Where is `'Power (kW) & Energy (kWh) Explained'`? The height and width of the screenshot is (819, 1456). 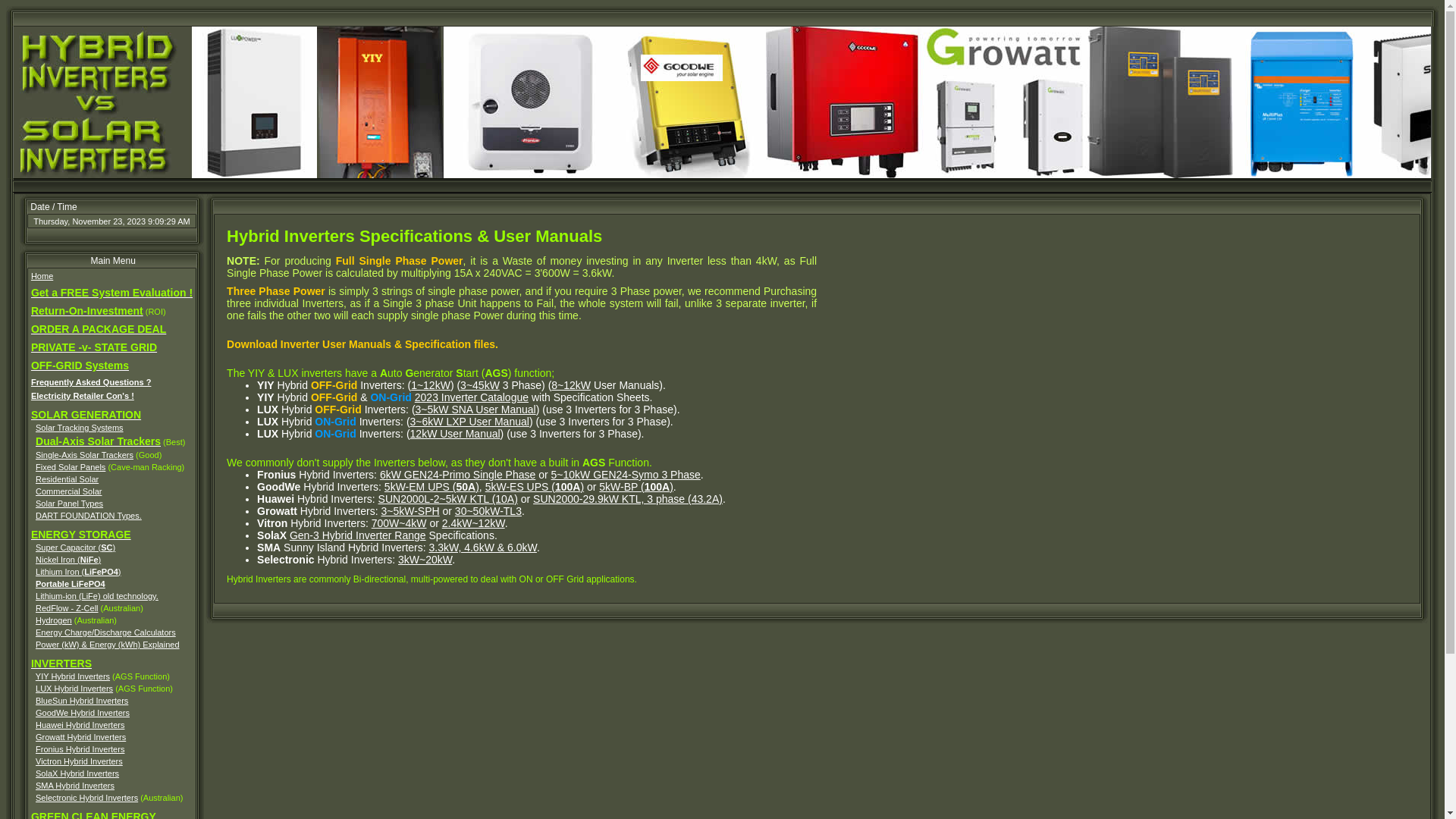
'Power (kW) & Energy (kWh) Explained' is located at coordinates (107, 644).